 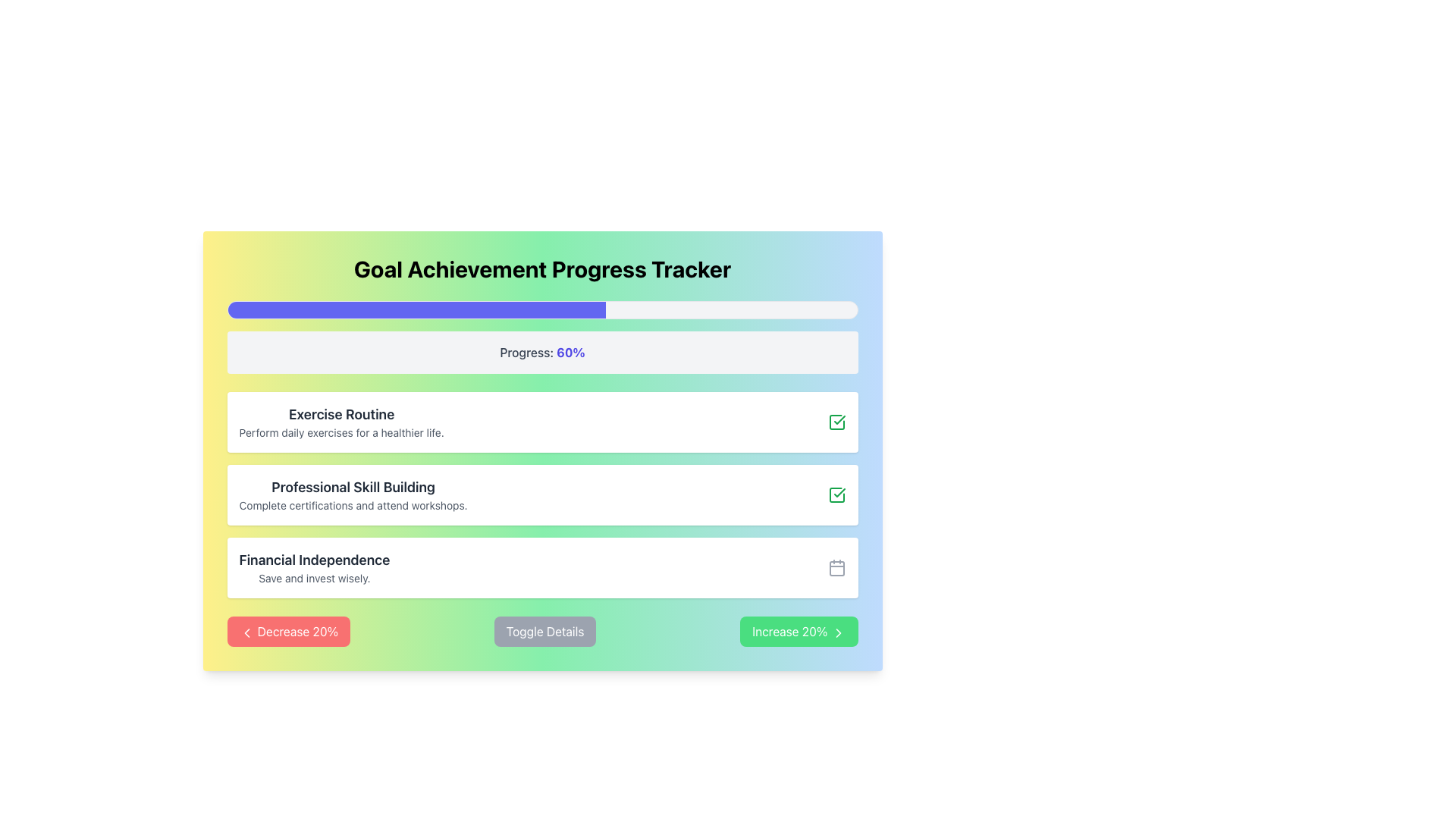 What do you see at coordinates (246, 632) in the screenshot?
I see `the chevron left arrow icon within the red button labeled 'Decrease 20%'` at bounding box center [246, 632].